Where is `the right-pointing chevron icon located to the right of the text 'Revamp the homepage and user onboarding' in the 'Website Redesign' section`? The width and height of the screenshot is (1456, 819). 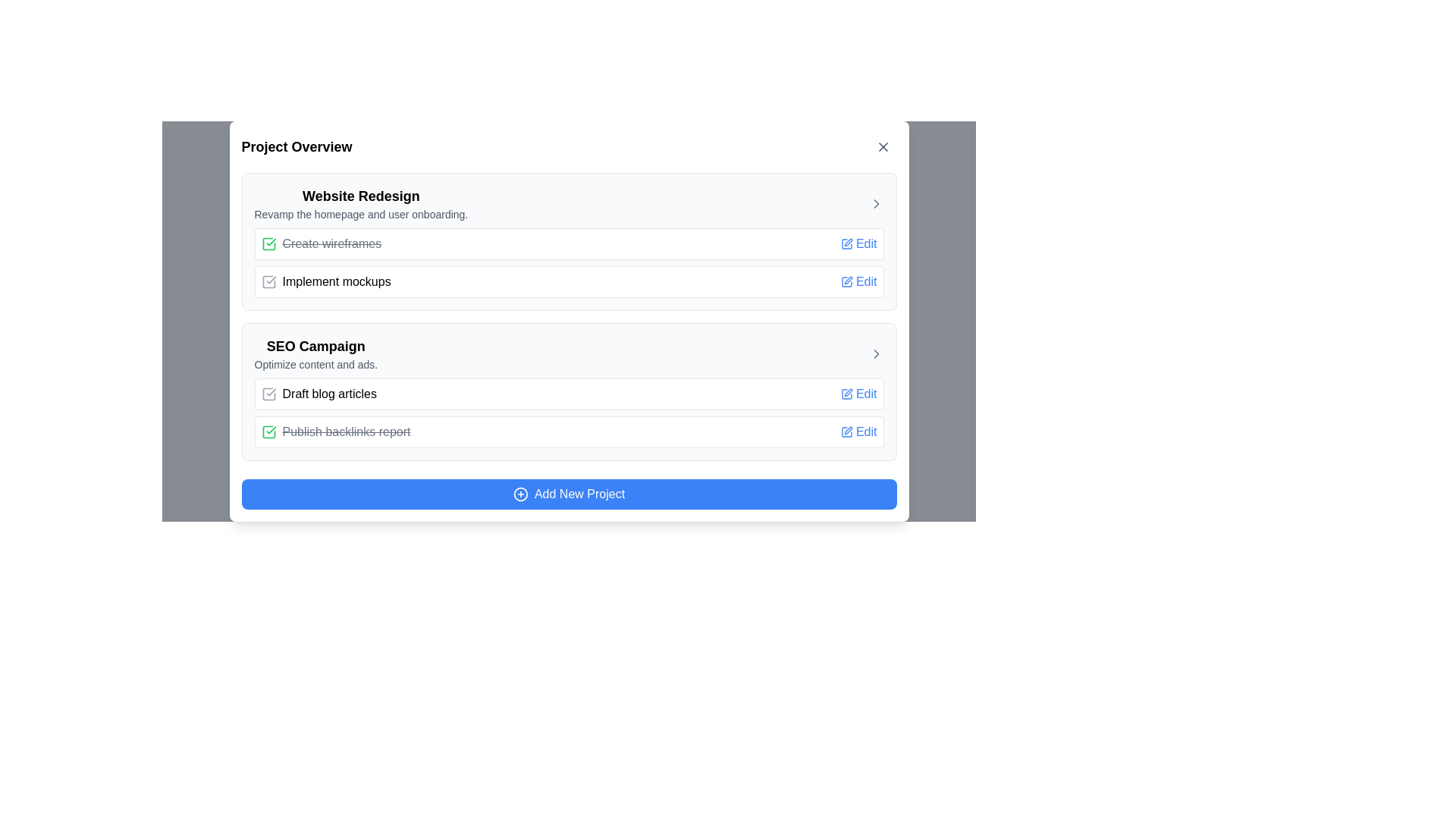
the right-pointing chevron icon located to the right of the text 'Revamp the homepage and user onboarding' in the 'Website Redesign' section is located at coordinates (876, 203).